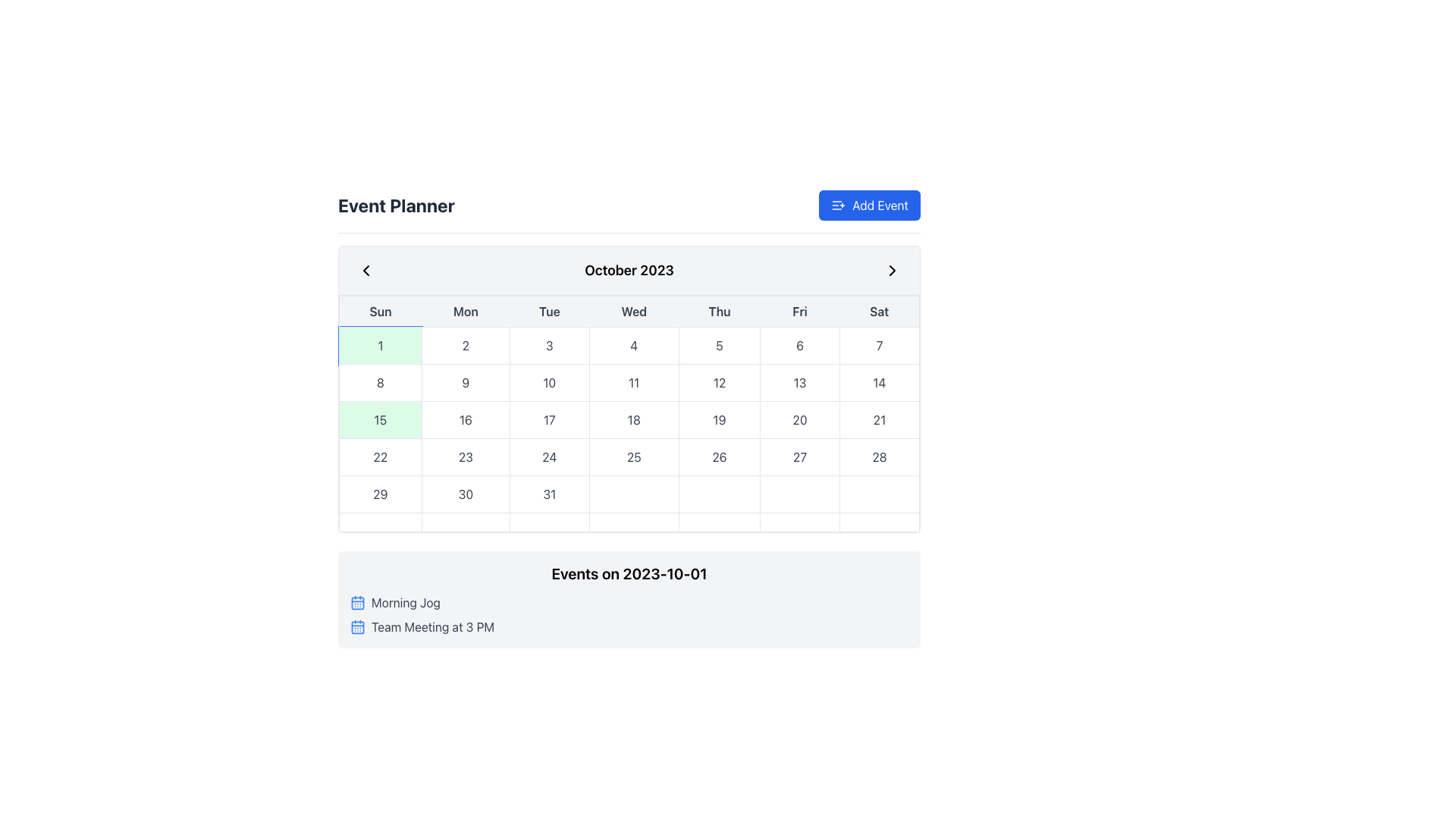 The image size is (1456, 819). Describe the element at coordinates (629, 382) in the screenshot. I see `the Calendar Day Item representing the day '11'` at that location.